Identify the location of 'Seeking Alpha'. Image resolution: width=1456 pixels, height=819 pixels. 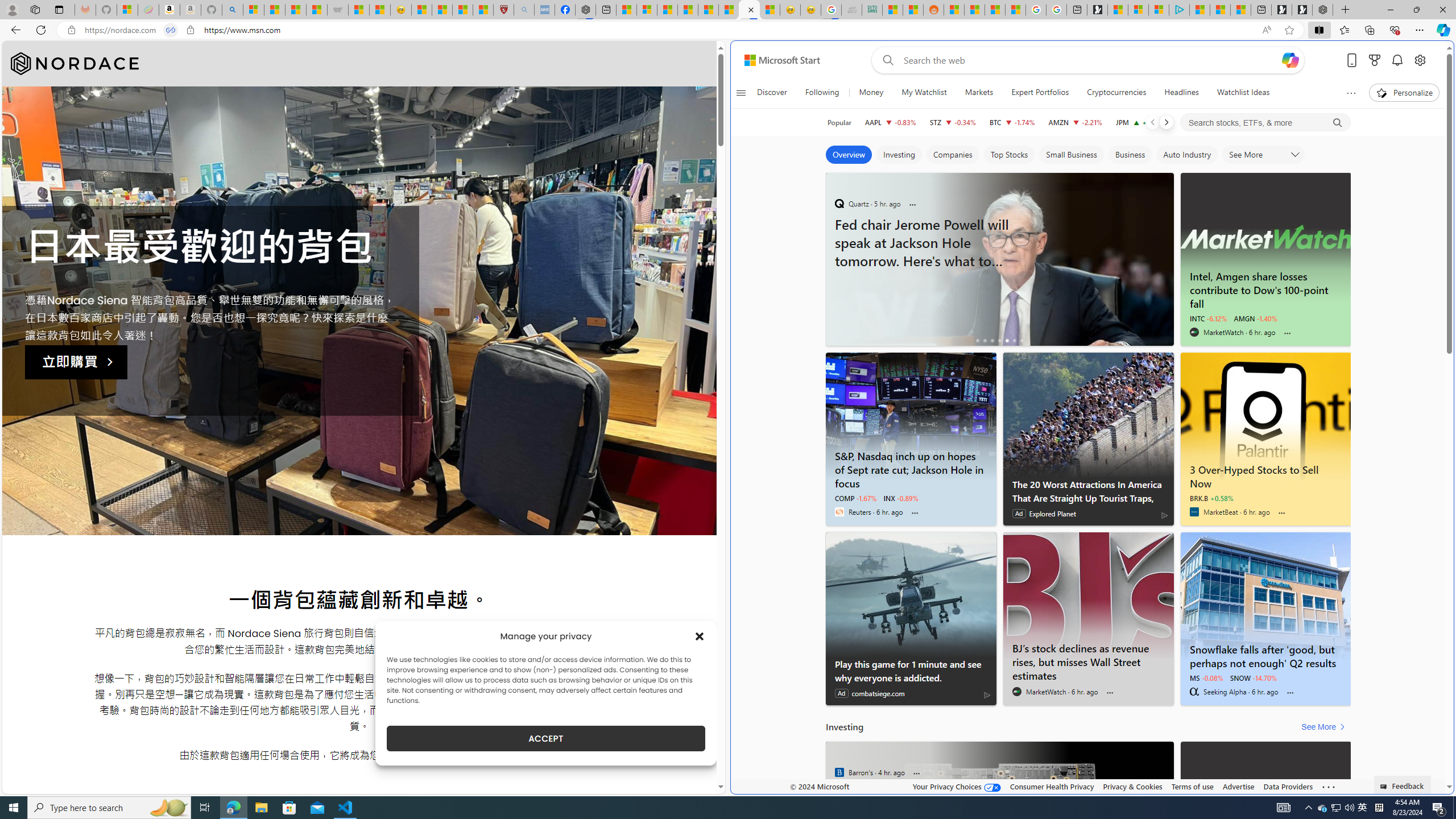
(1194, 691).